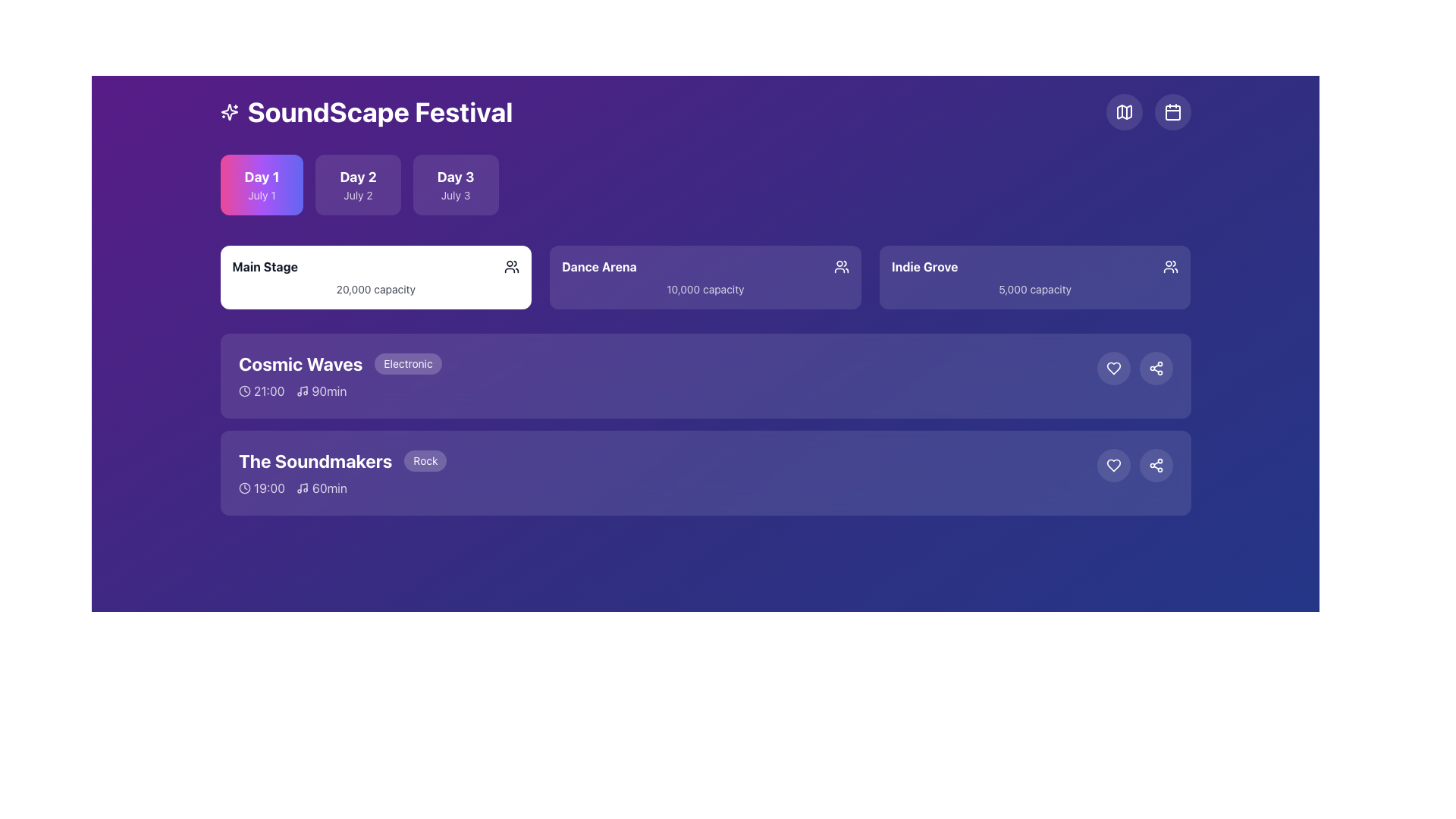 The image size is (1456, 819). What do you see at coordinates (1155, 464) in the screenshot?
I see `the sharing button located at the bottom-right corner of 'The Soundmakers' card, adjacent to the like button` at bounding box center [1155, 464].